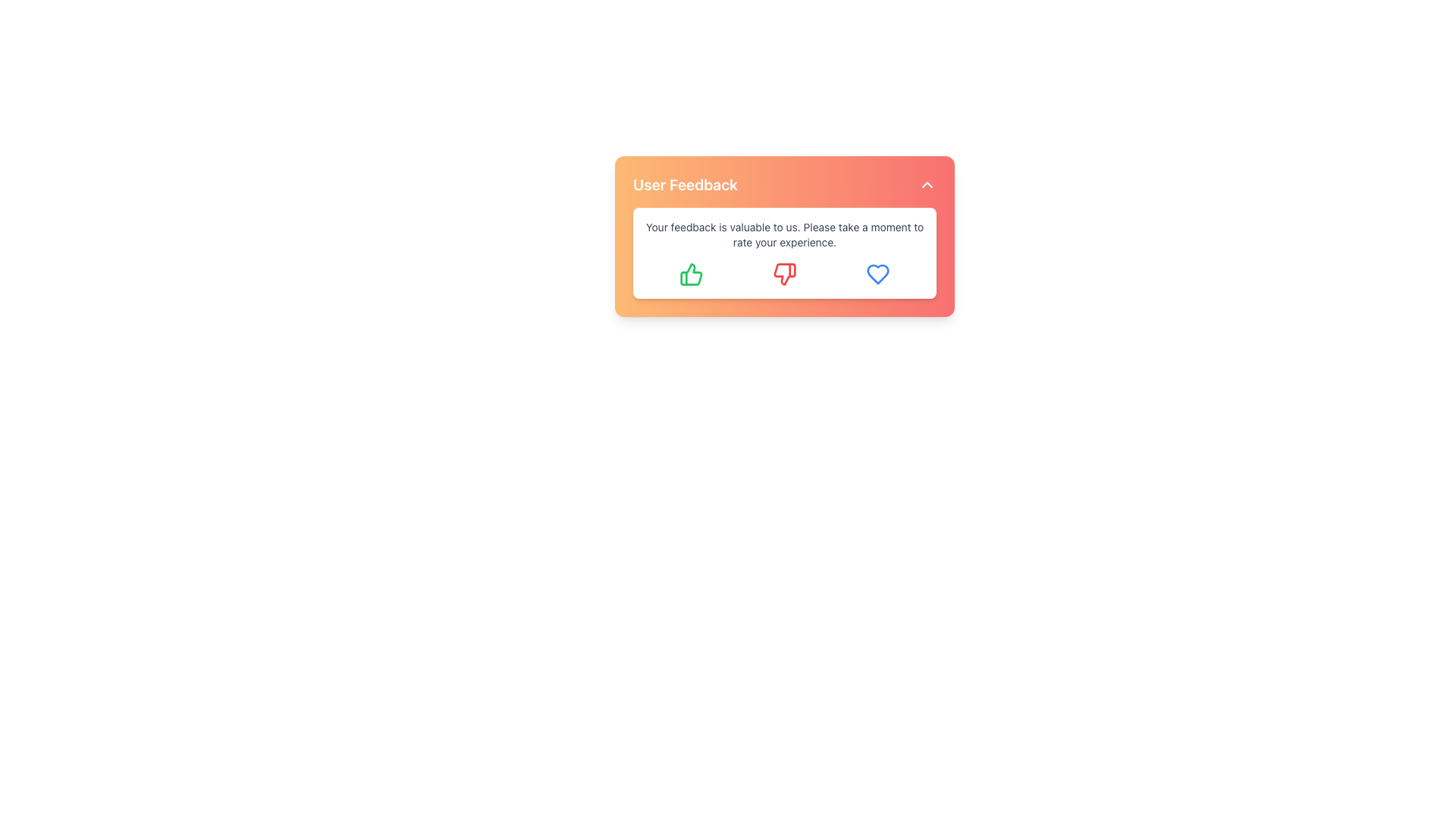 The image size is (1456, 819). What do you see at coordinates (783, 275) in the screenshot?
I see `the red thumbs-down icon button to provide negative feedback` at bounding box center [783, 275].